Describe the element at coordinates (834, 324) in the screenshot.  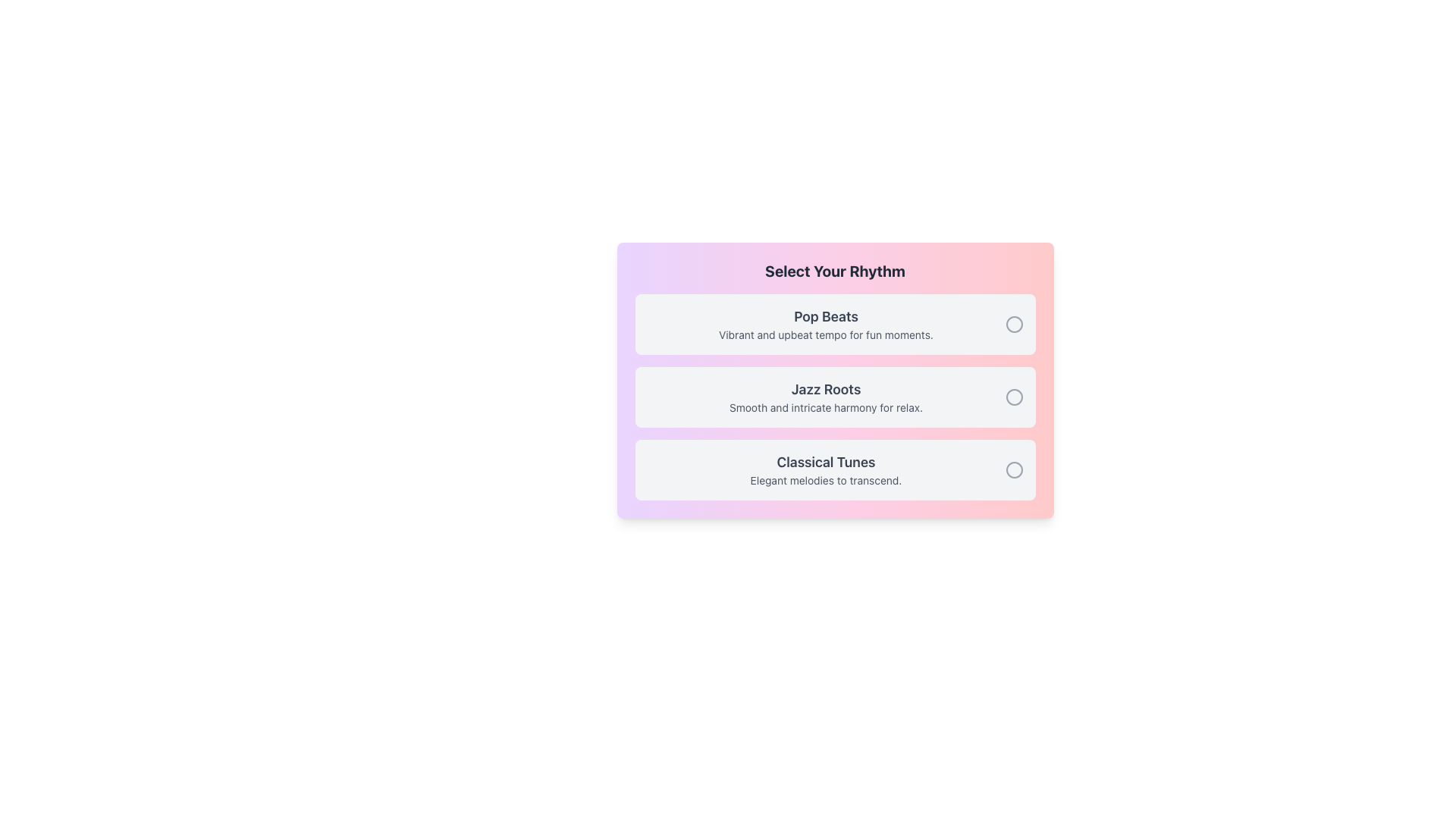
I see `the topmost selectable list item with the 'Pop Beats' label and associated radio button for potential interaction` at that location.